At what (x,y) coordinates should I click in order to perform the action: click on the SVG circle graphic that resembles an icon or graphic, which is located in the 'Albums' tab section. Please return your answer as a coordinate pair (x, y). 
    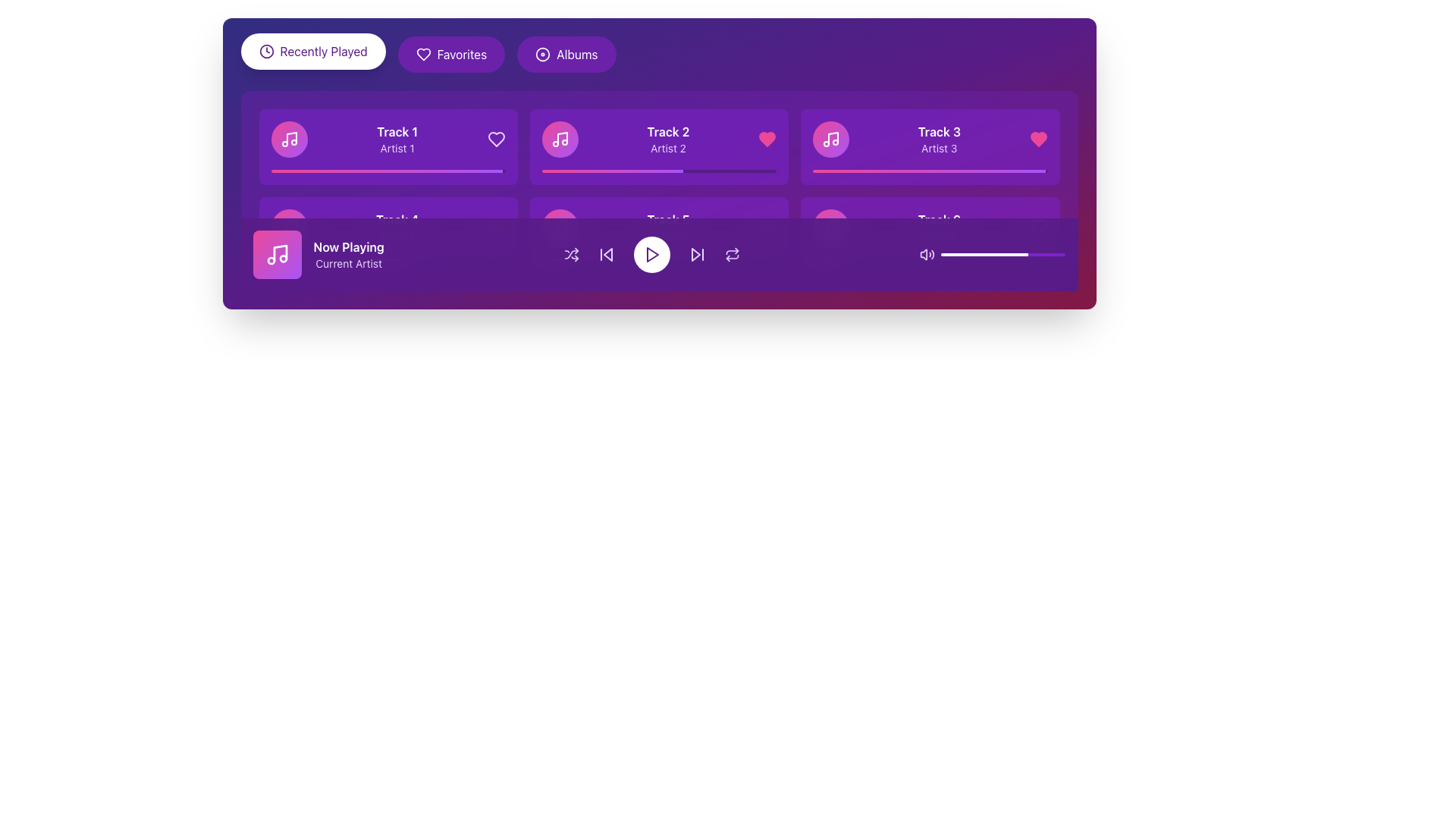
    Looking at the image, I should click on (543, 54).